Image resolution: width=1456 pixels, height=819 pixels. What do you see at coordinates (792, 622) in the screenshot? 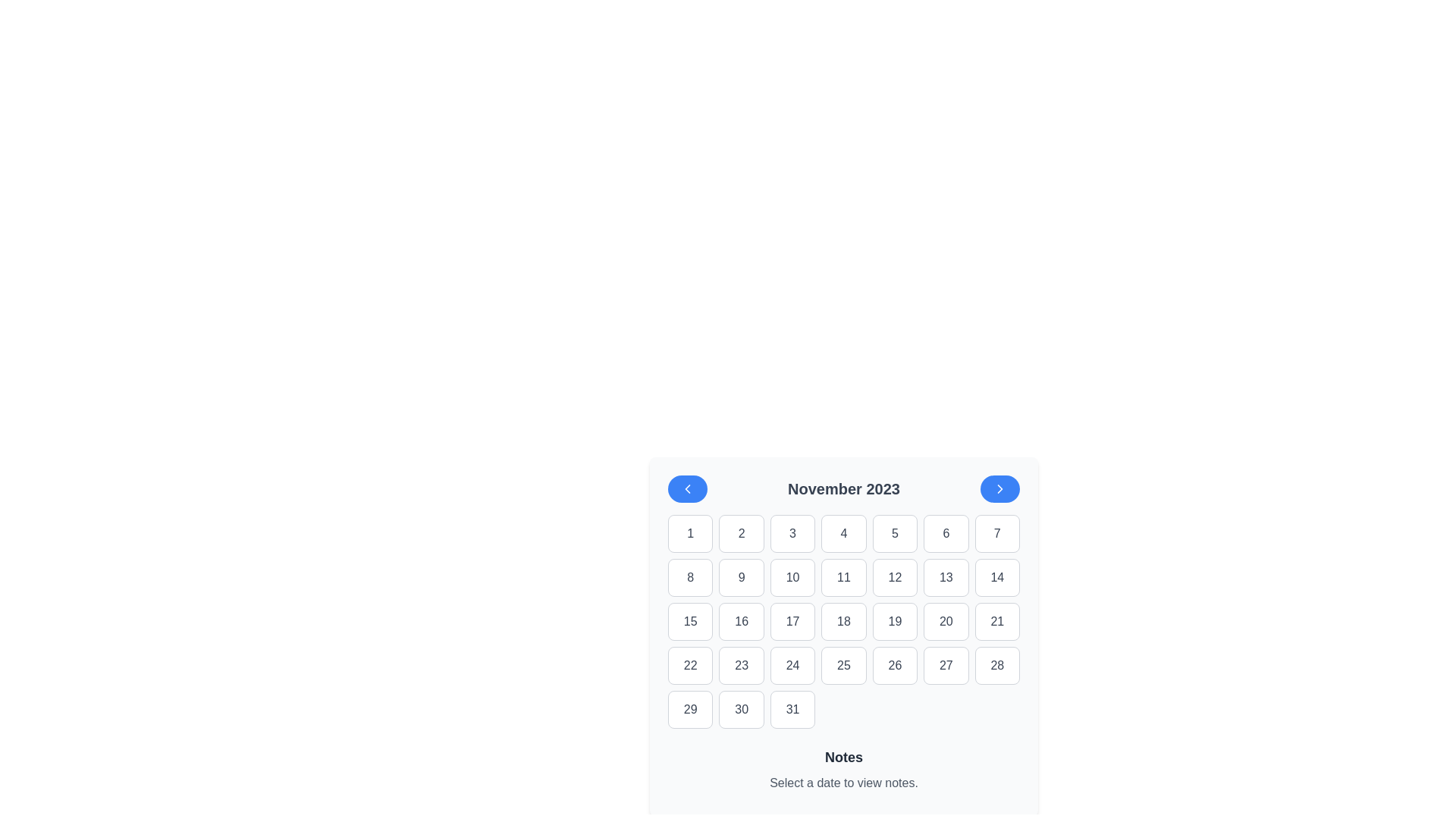
I see `the white square button with rounded corners labeled '17'` at bounding box center [792, 622].